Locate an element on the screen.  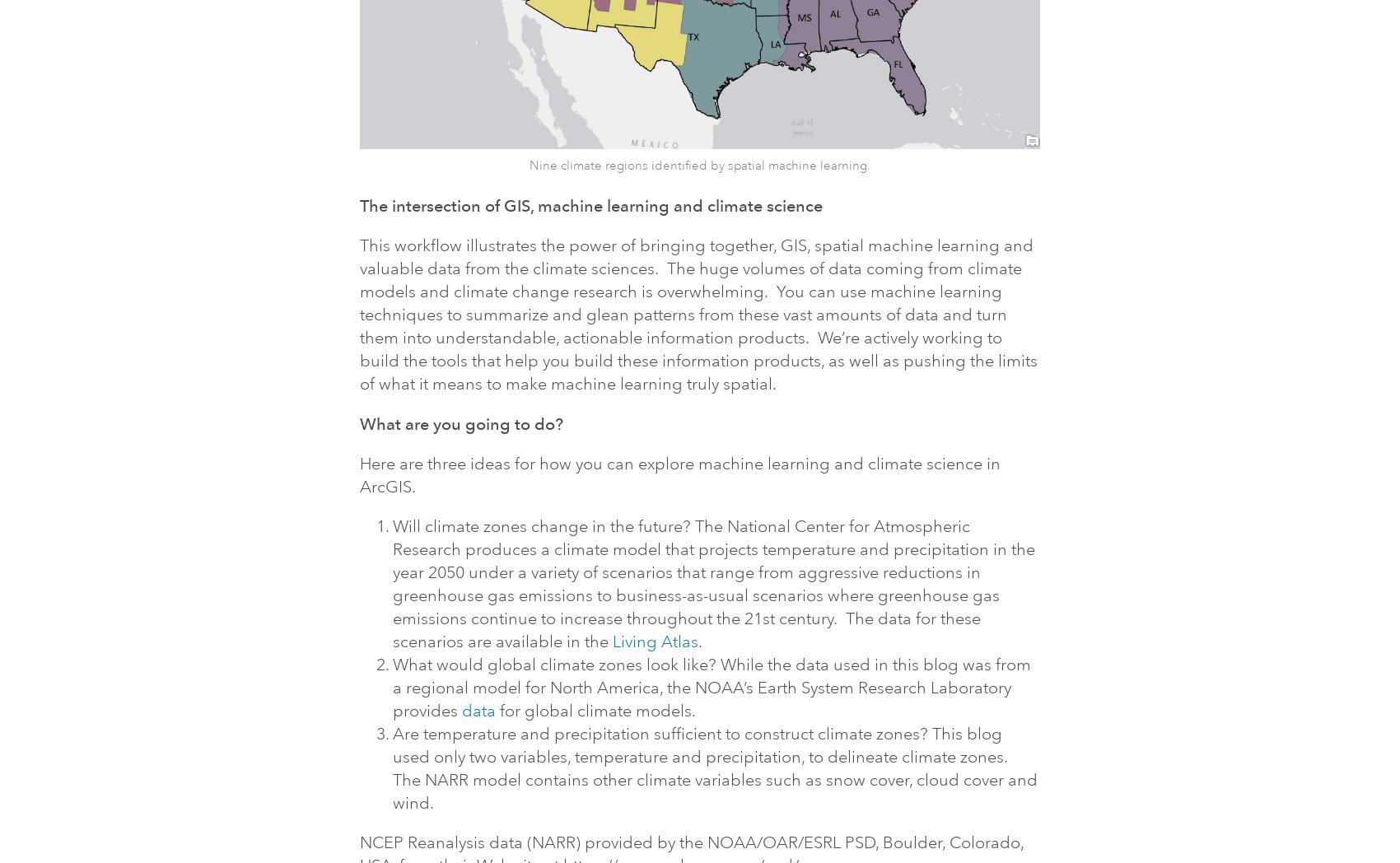
'What are you going to do?' is located at coordinates (460, 423).